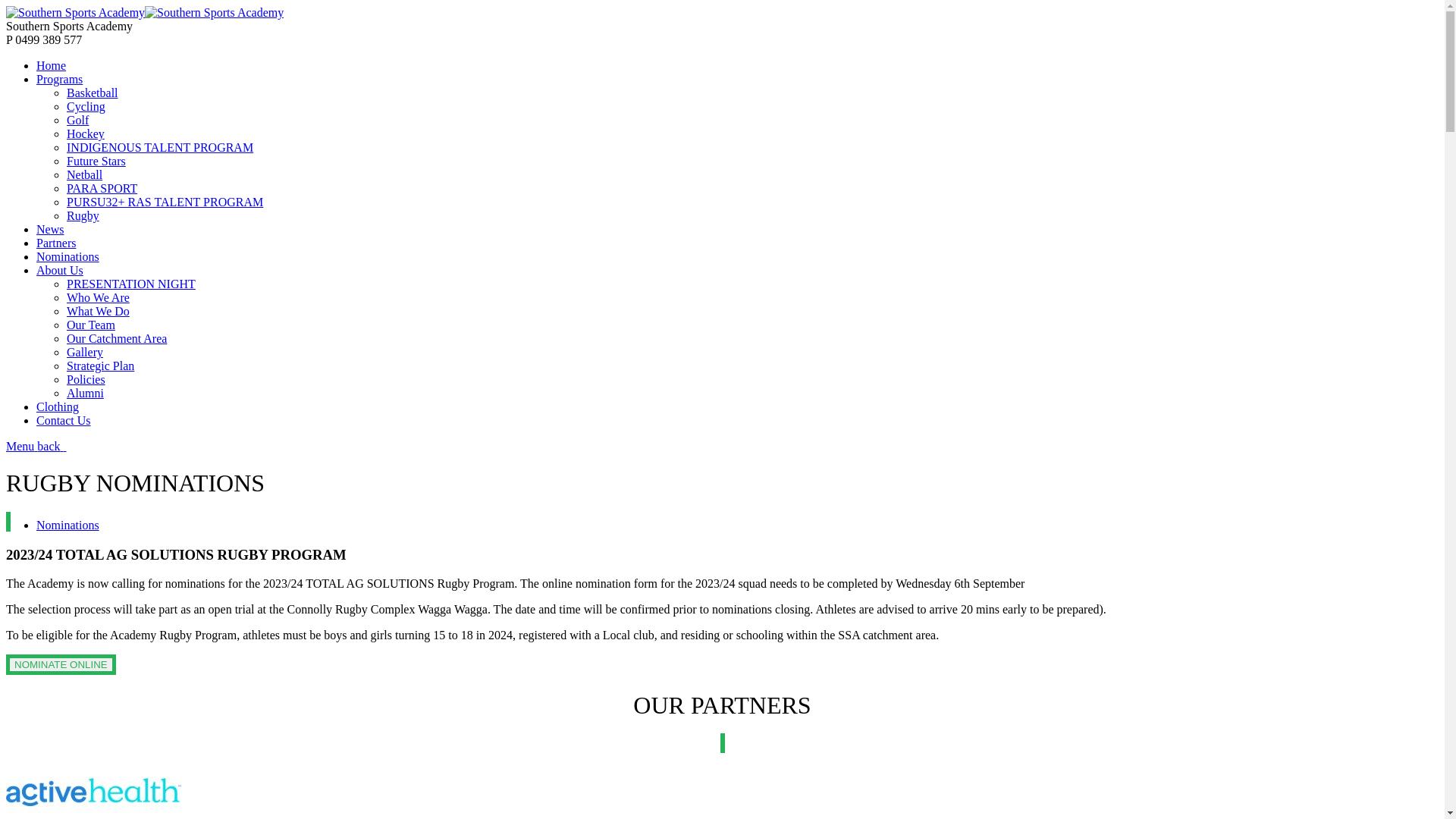  I want to click on 'Policies', so click(85, 378).